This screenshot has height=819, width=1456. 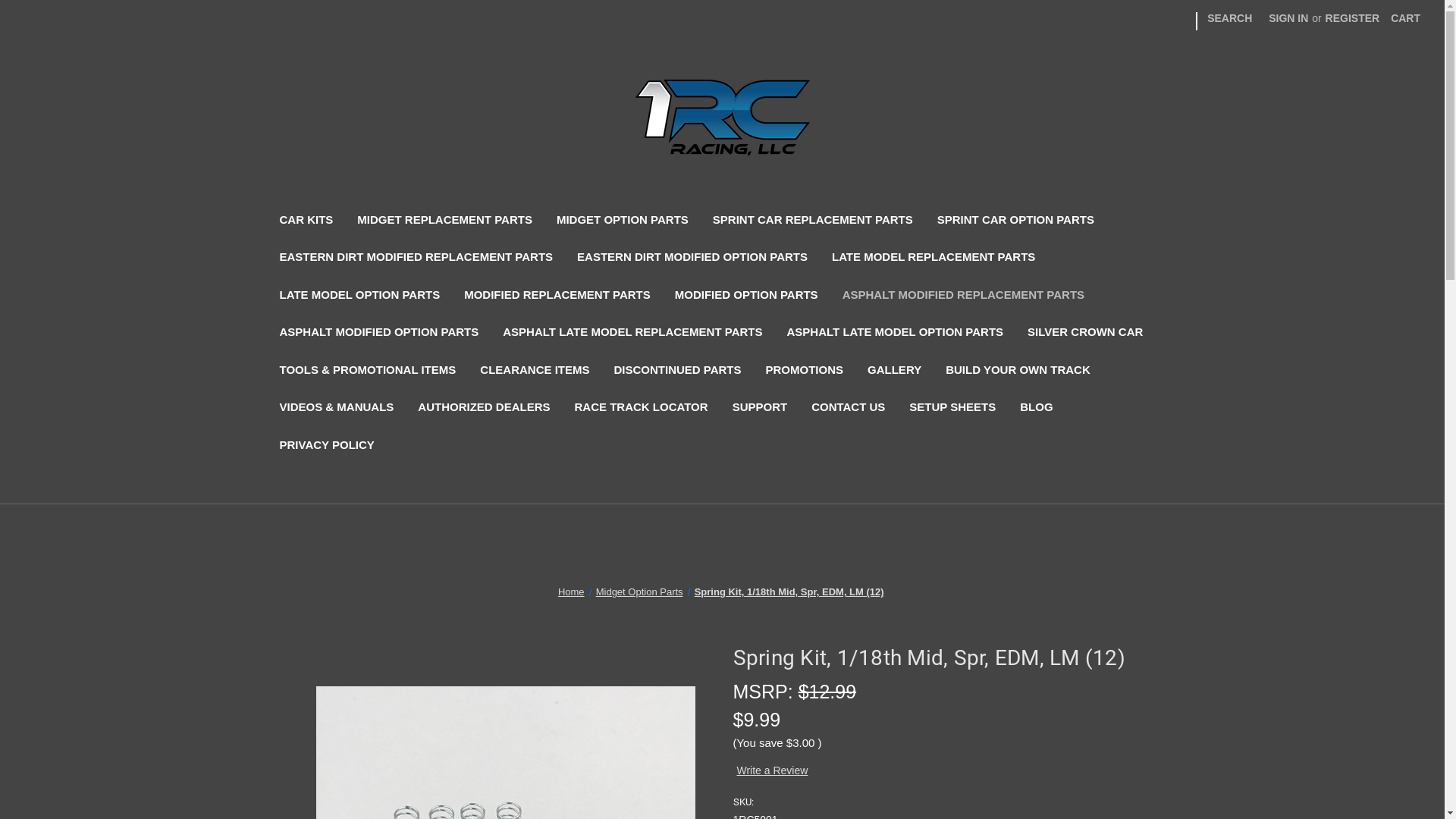 What do you see at coordinates (344, 221) in the screenshot?
I see `'MIDGET REPLACEMENT PARTS'` at bounding box center [344, 221].